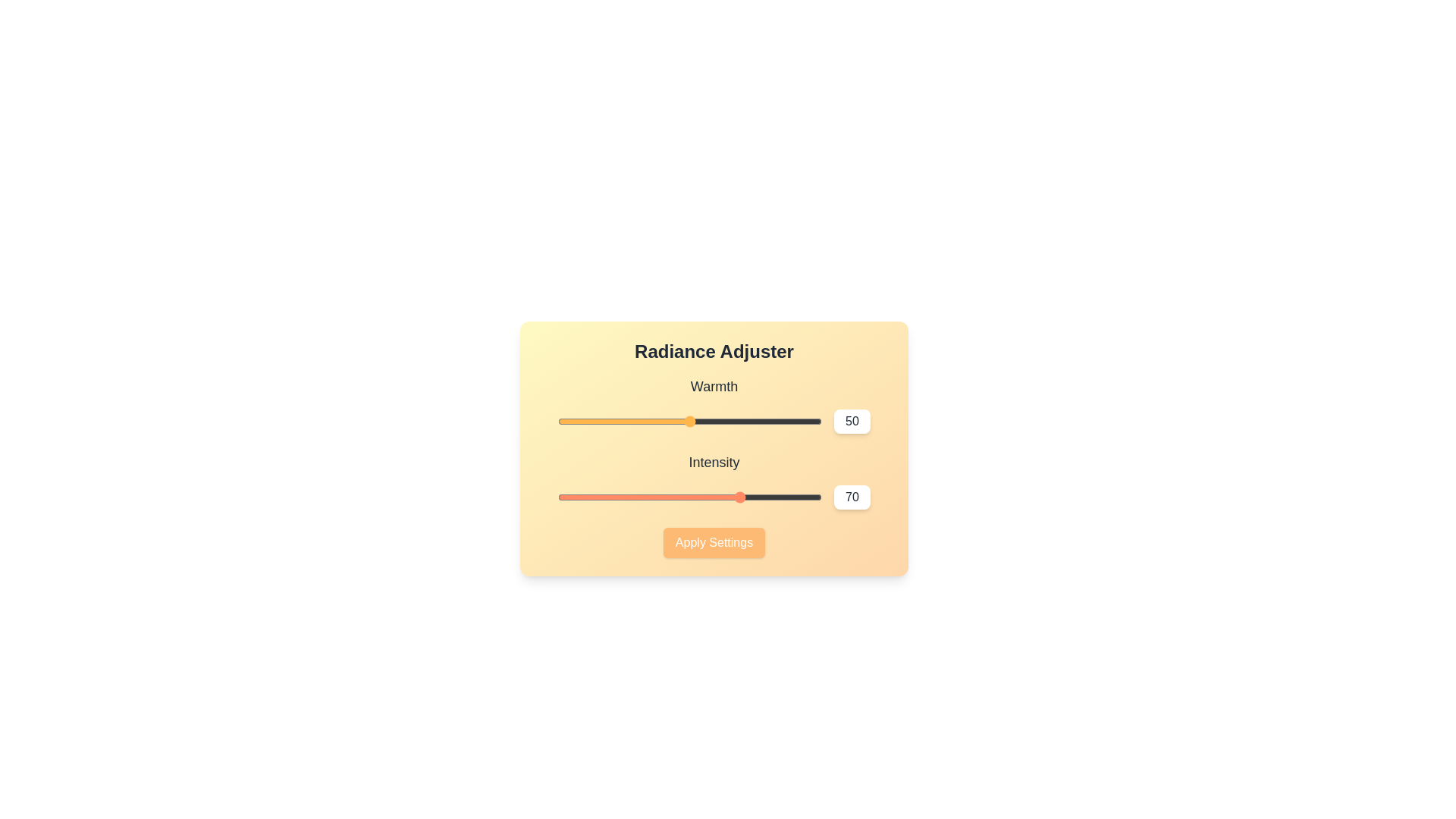 The image size is (1456, 819). What do you see at coordinates (576, 497) in the screenshot?
I see `the 'Intensity' slider to 7 value` at bounding box center [576, 497].